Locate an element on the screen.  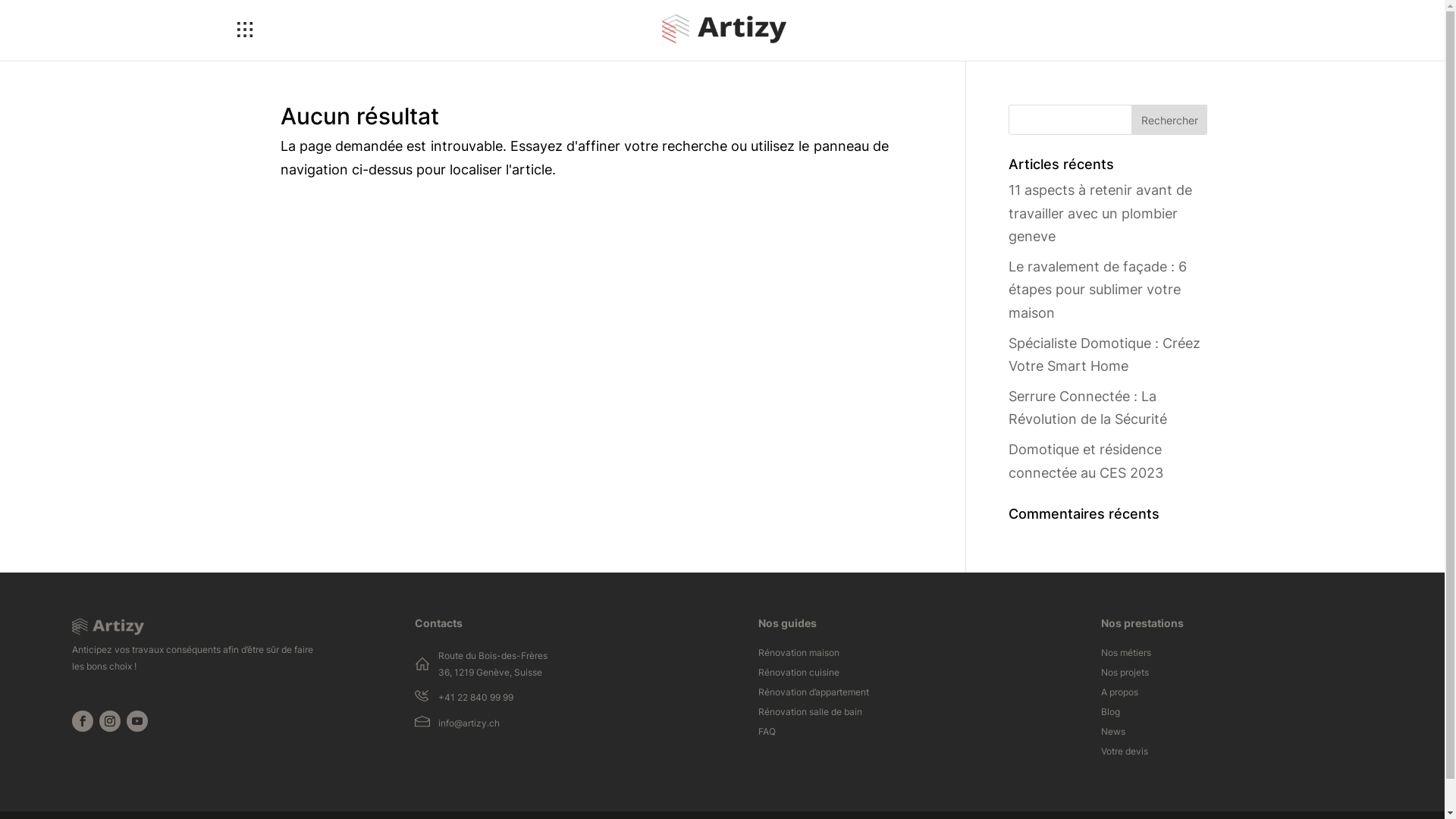
'A propos' is located at coordinates (1119, 695).